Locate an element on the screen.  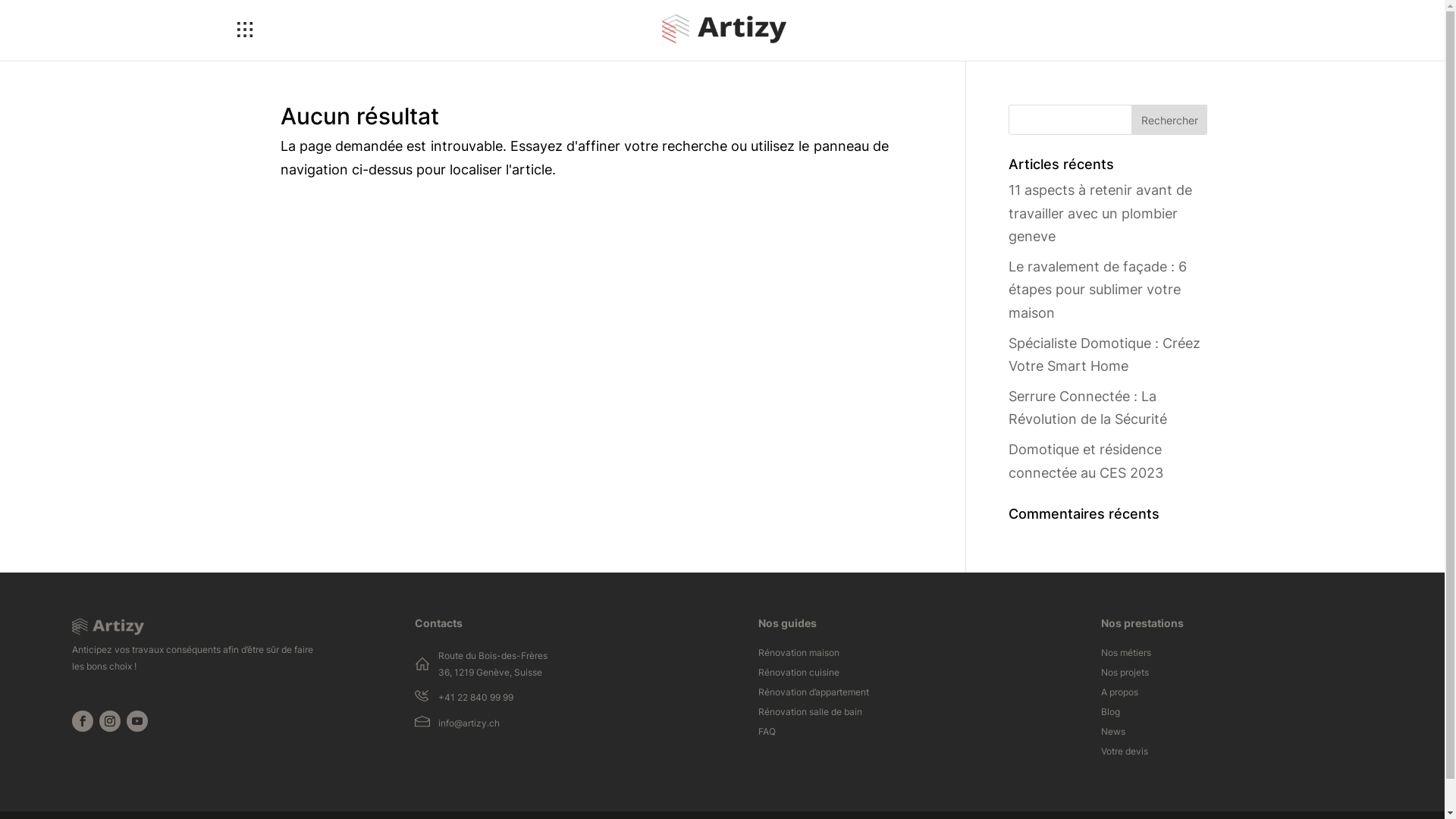
'A propos' is located at coordinates (1119, 695).